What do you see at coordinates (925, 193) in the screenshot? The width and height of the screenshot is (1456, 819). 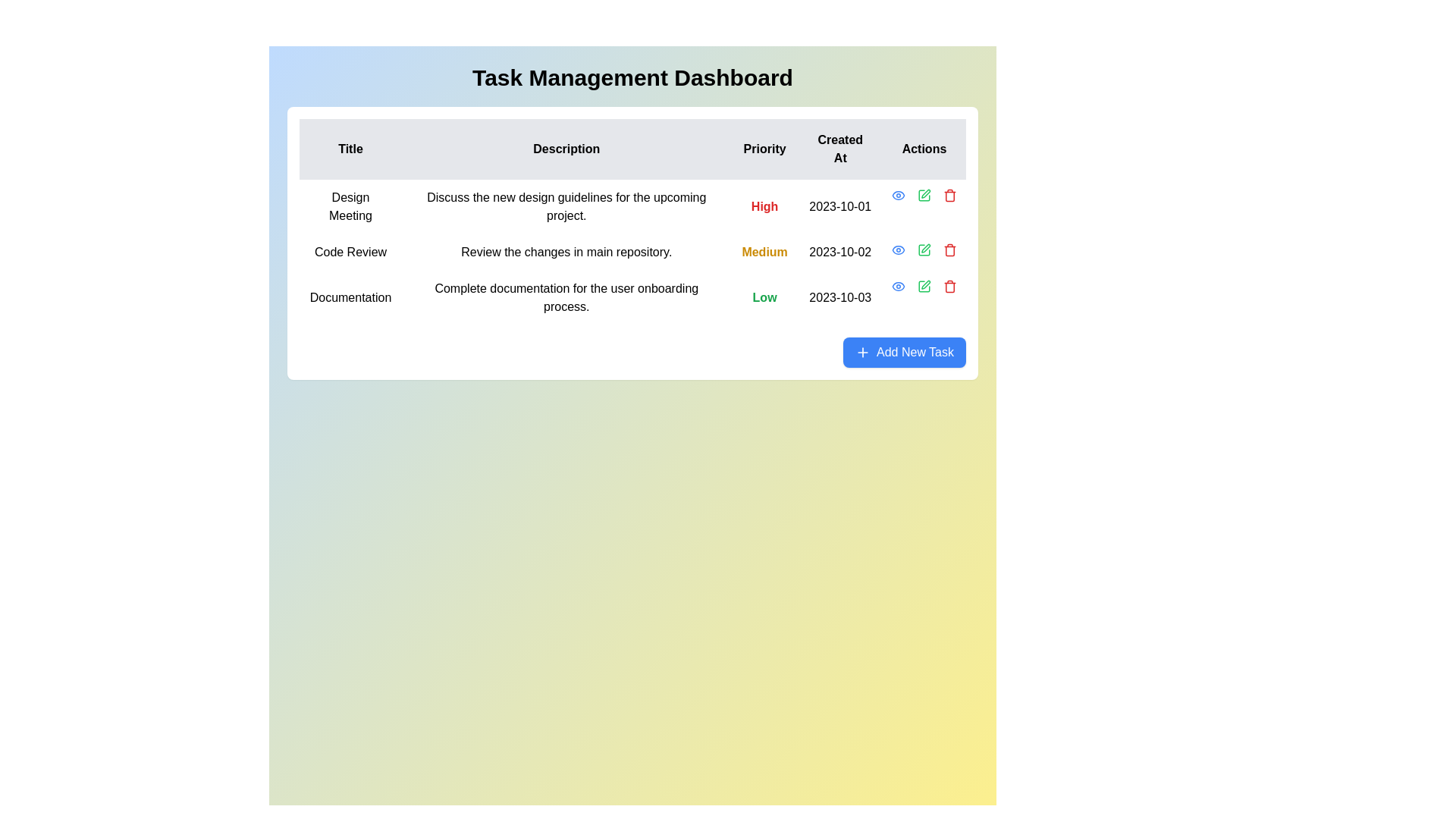 I see `the edit icon in the actions column of the 'Code Review' table row` at bounding box center [925, 193].